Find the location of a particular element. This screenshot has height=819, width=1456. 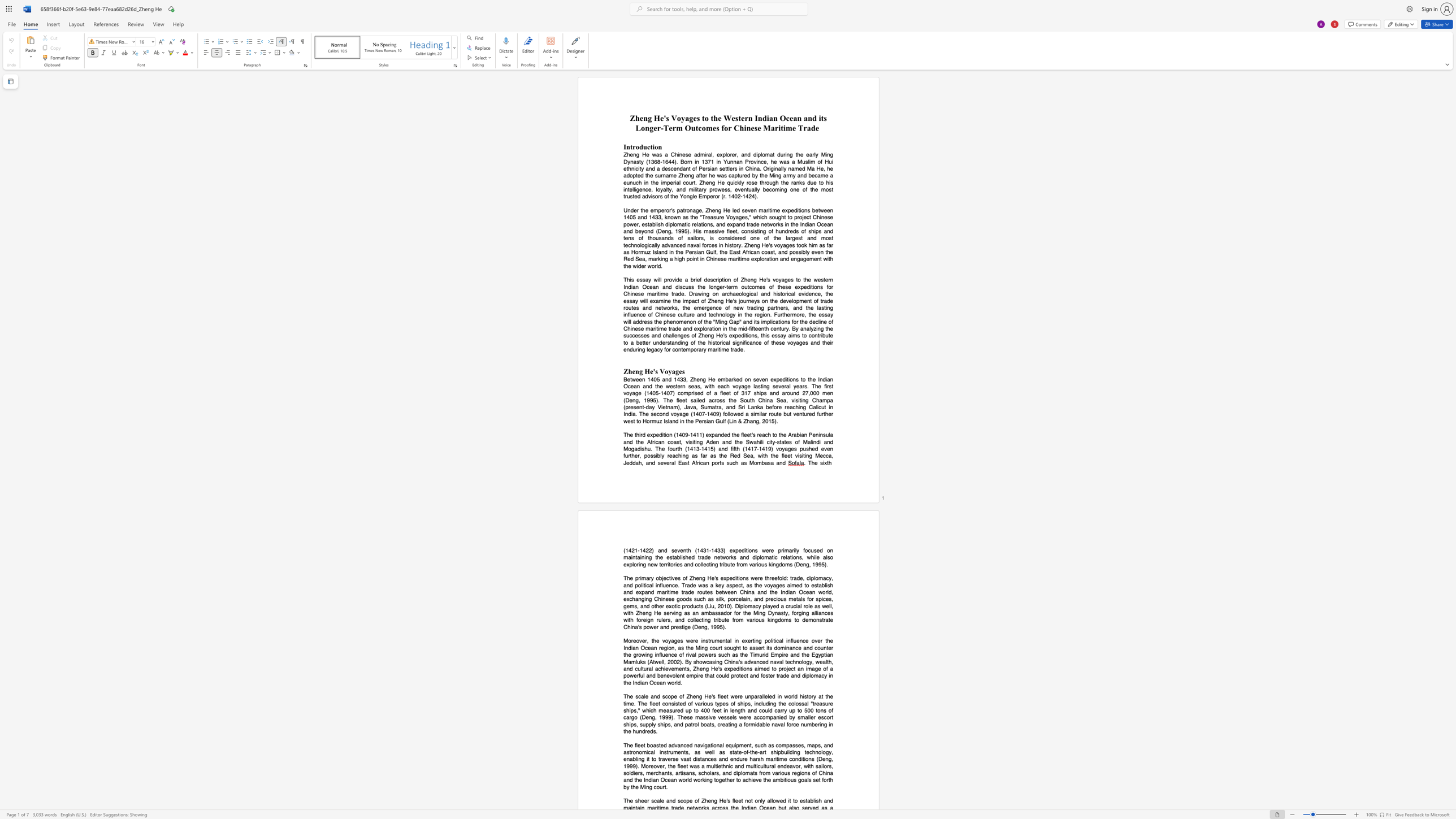

the subset text "eng He led seven maritime expeditions between 1405 and 1433, known as the" within the text "Under the emperor" is located at coordinates (711, 210).